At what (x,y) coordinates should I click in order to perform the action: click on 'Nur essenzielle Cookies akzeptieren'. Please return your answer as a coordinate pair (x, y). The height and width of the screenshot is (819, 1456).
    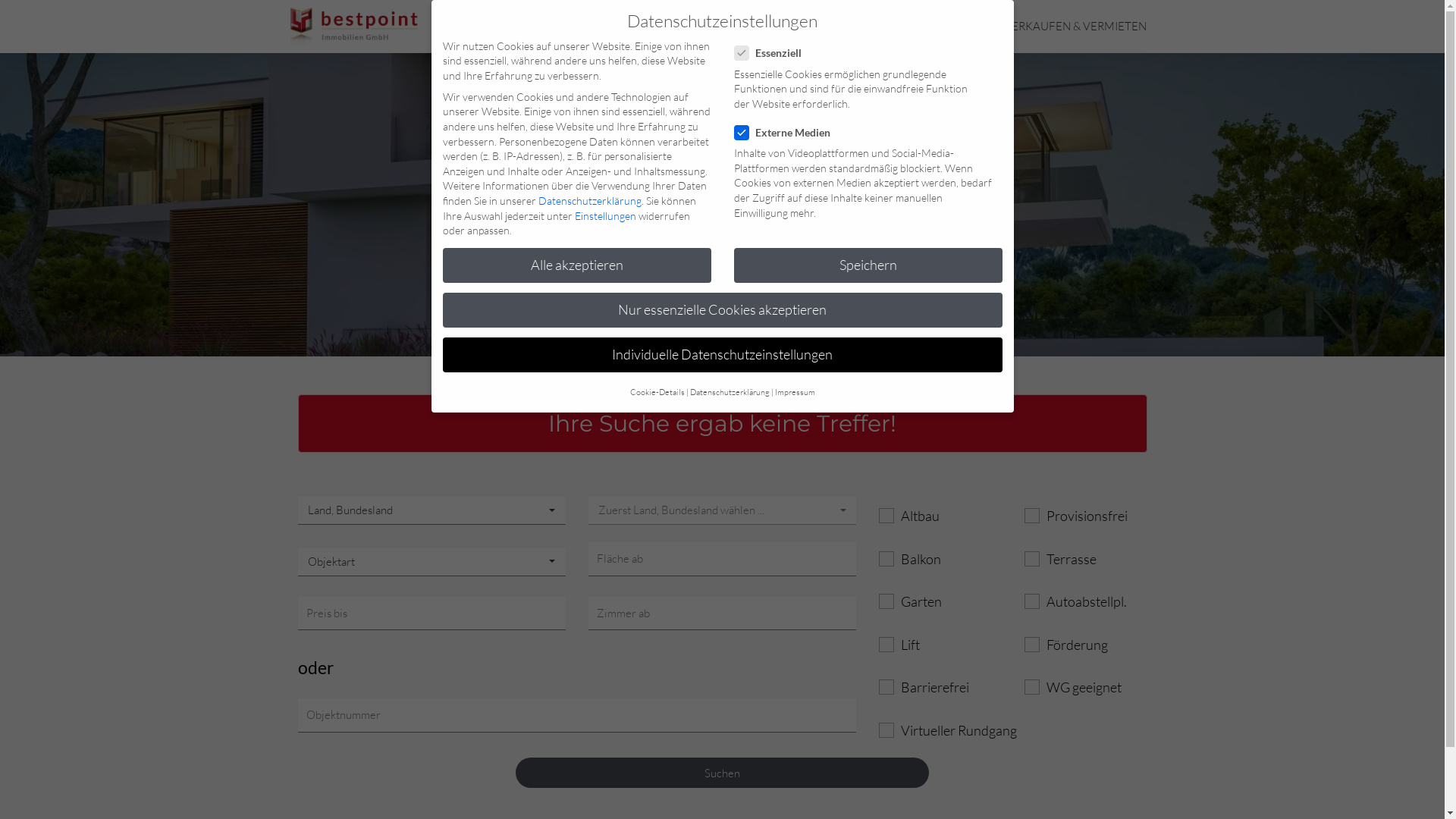
    Looking at the image, I should click on (722, 309).